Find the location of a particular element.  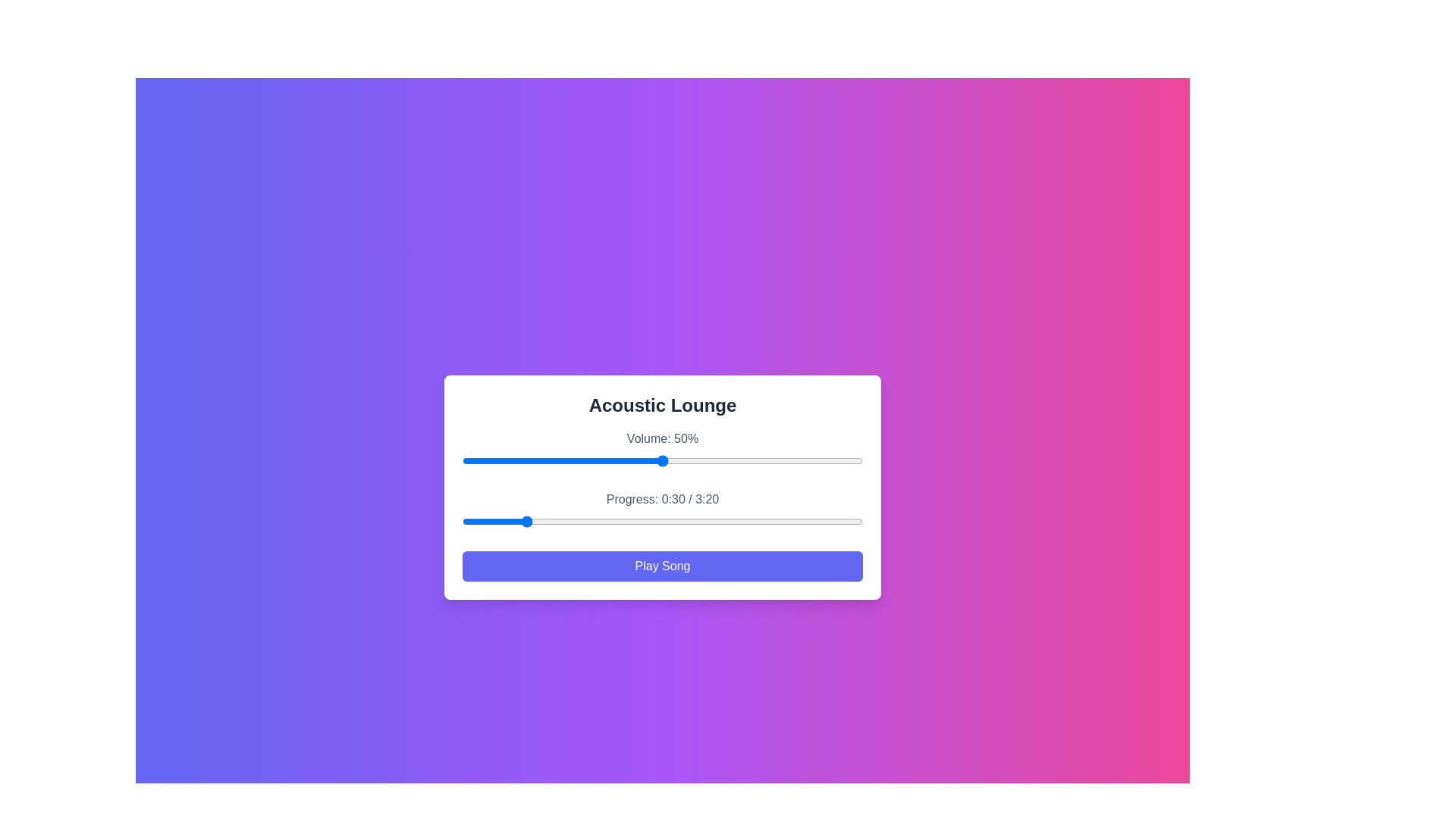

'Play Song' button to start playing the song is located at coordinates (662, 566).